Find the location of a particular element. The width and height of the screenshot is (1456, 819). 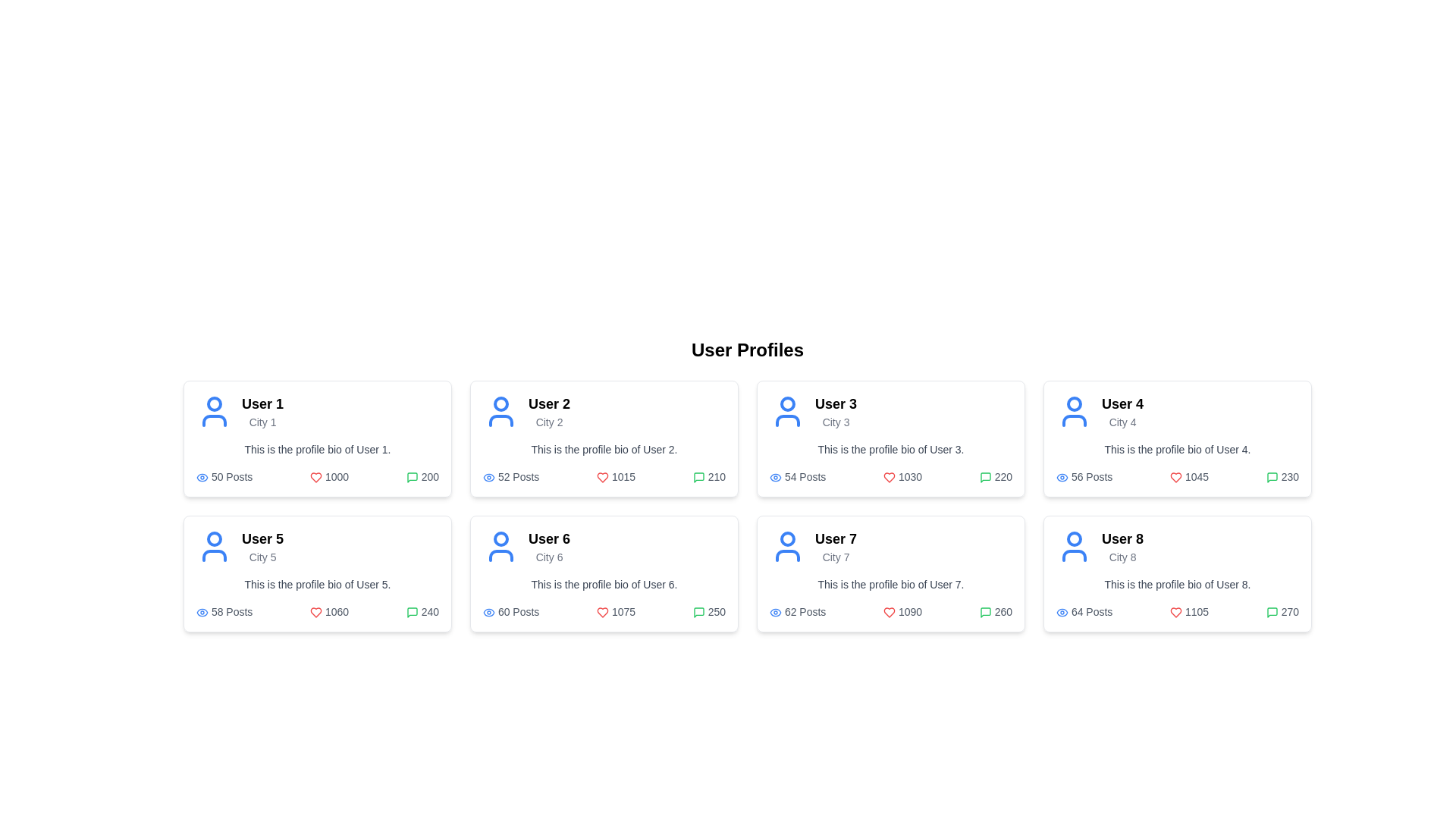

the heart-shaped icon representing the 'like' or 'favorite' button for 'User 4', located in the bottom-right area of their profile card is located at coordinates (1175, 478).